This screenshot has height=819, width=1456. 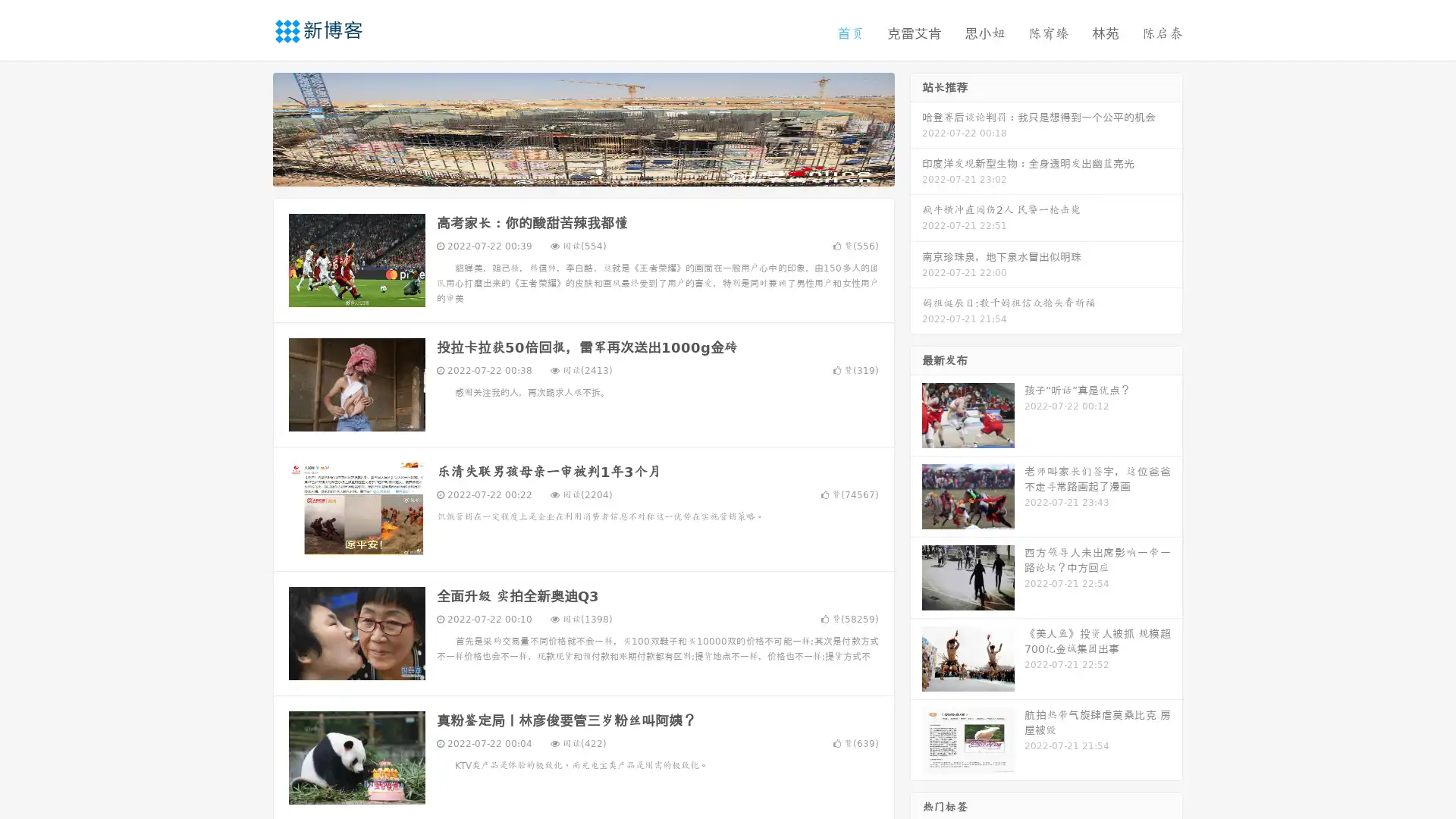 What do you see at coordinates (567, 171) in the screenshot?
I see `Go to slide 1` at bounding box center [567, 171].